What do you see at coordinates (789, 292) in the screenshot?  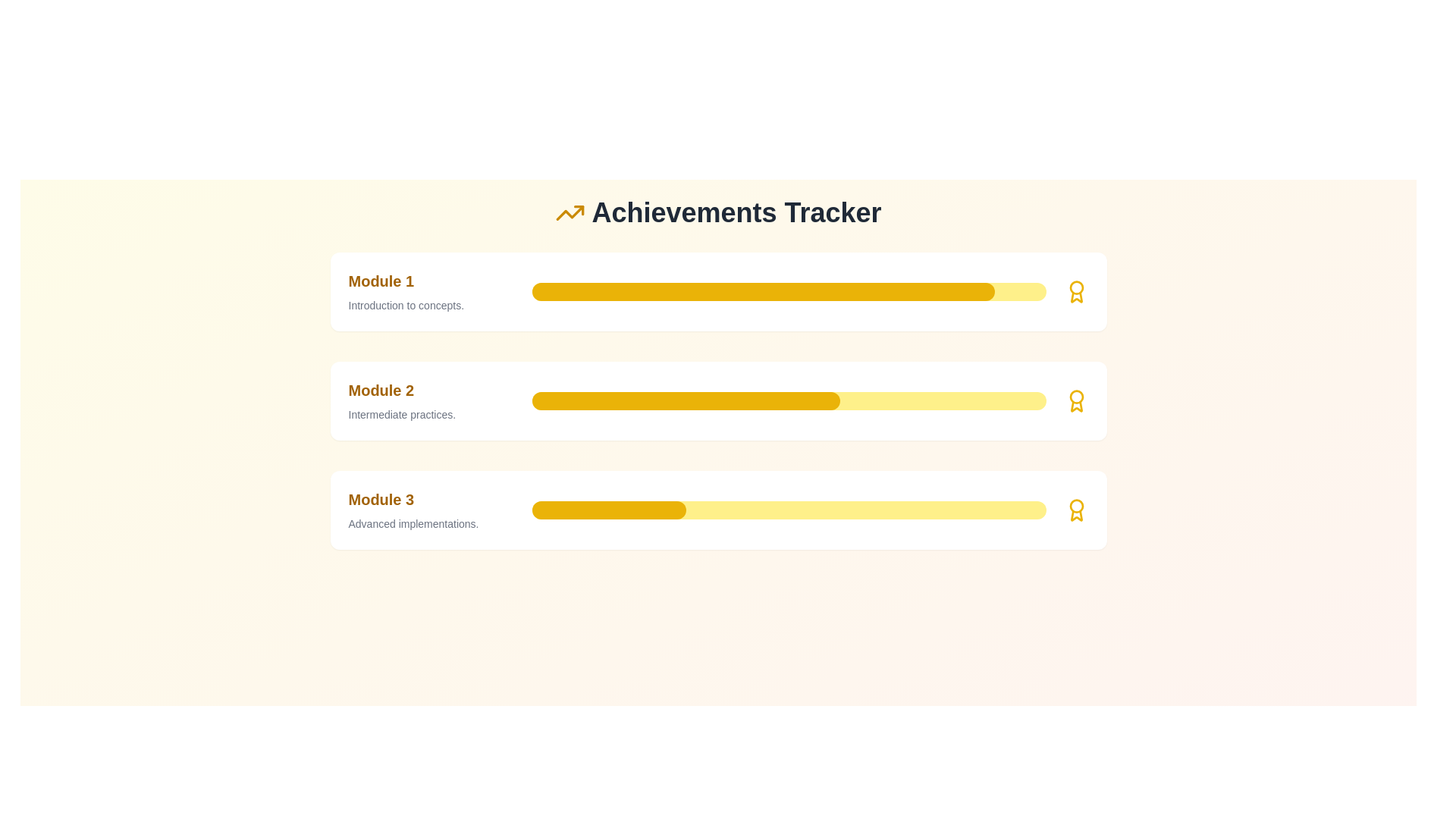 I see `the Progress Bar that visually indicates the completion status of 'Module 1', located beneath the textual description 'Introduction to concepts.'` at bounding box center [789, 292].